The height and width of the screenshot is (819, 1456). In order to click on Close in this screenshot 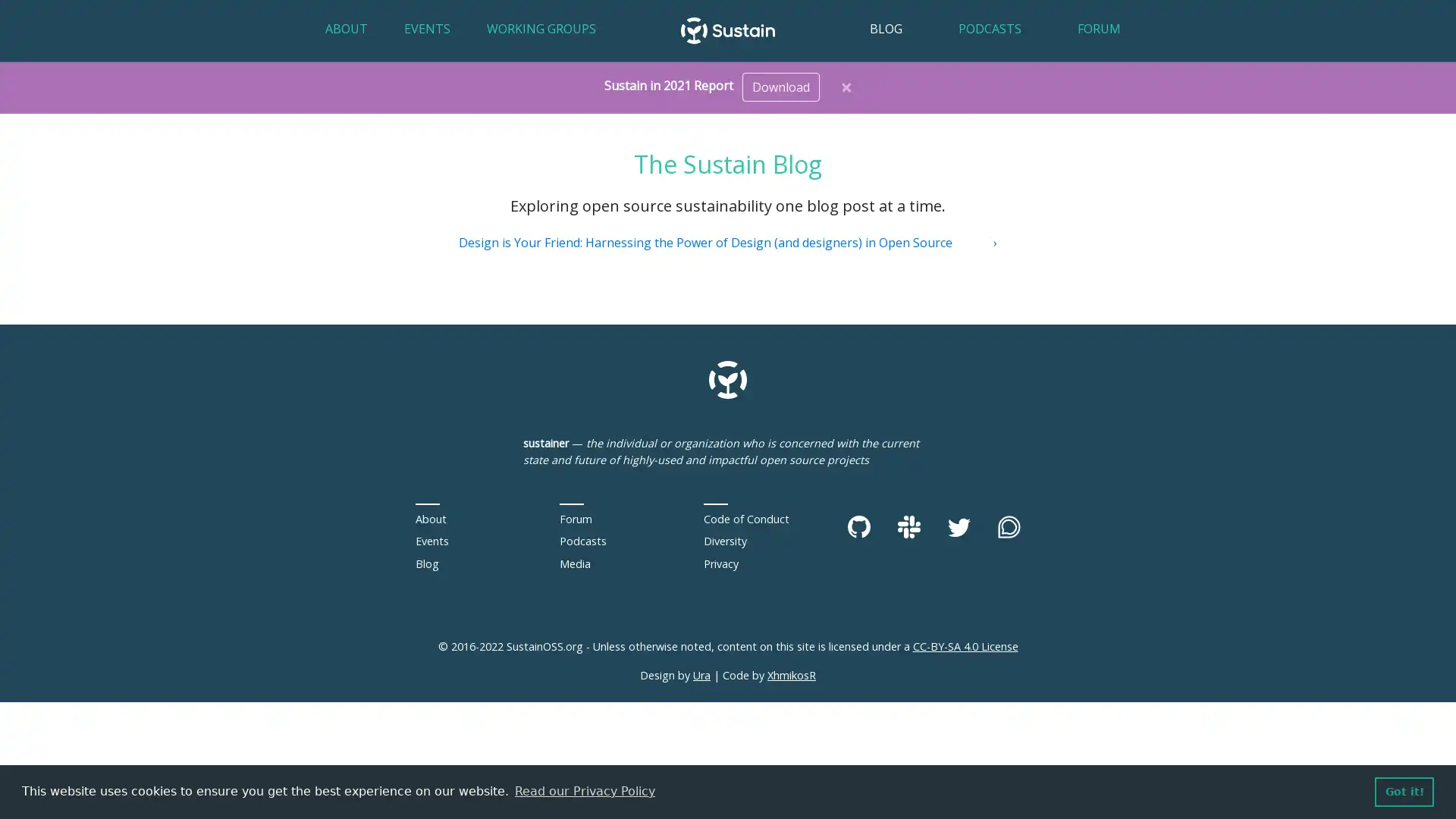, I will do `click(846, 87)`.